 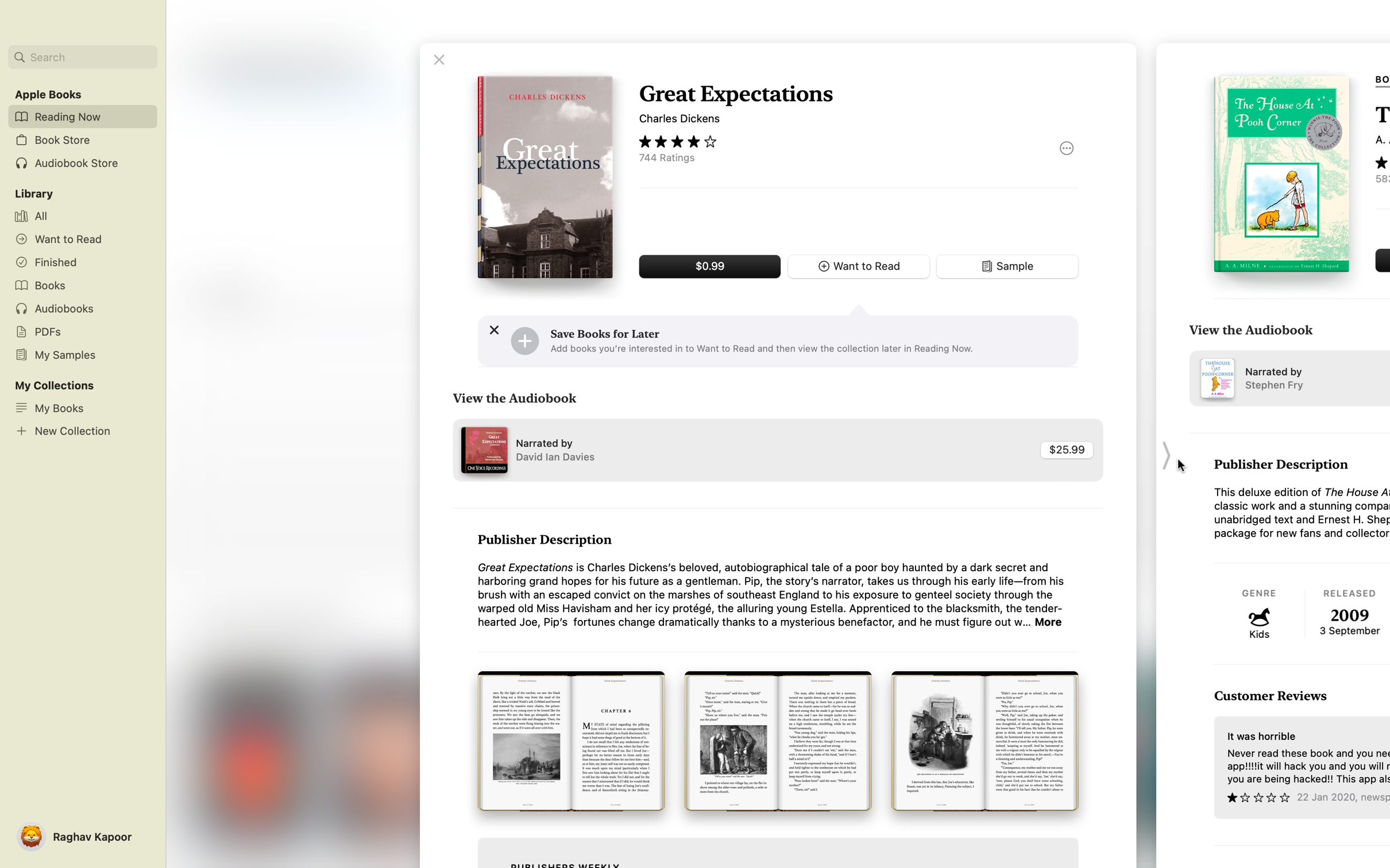 I want to click on Scroll downward to go through the reader"s evaluations of the book, so click(x=2613200, y=958272).